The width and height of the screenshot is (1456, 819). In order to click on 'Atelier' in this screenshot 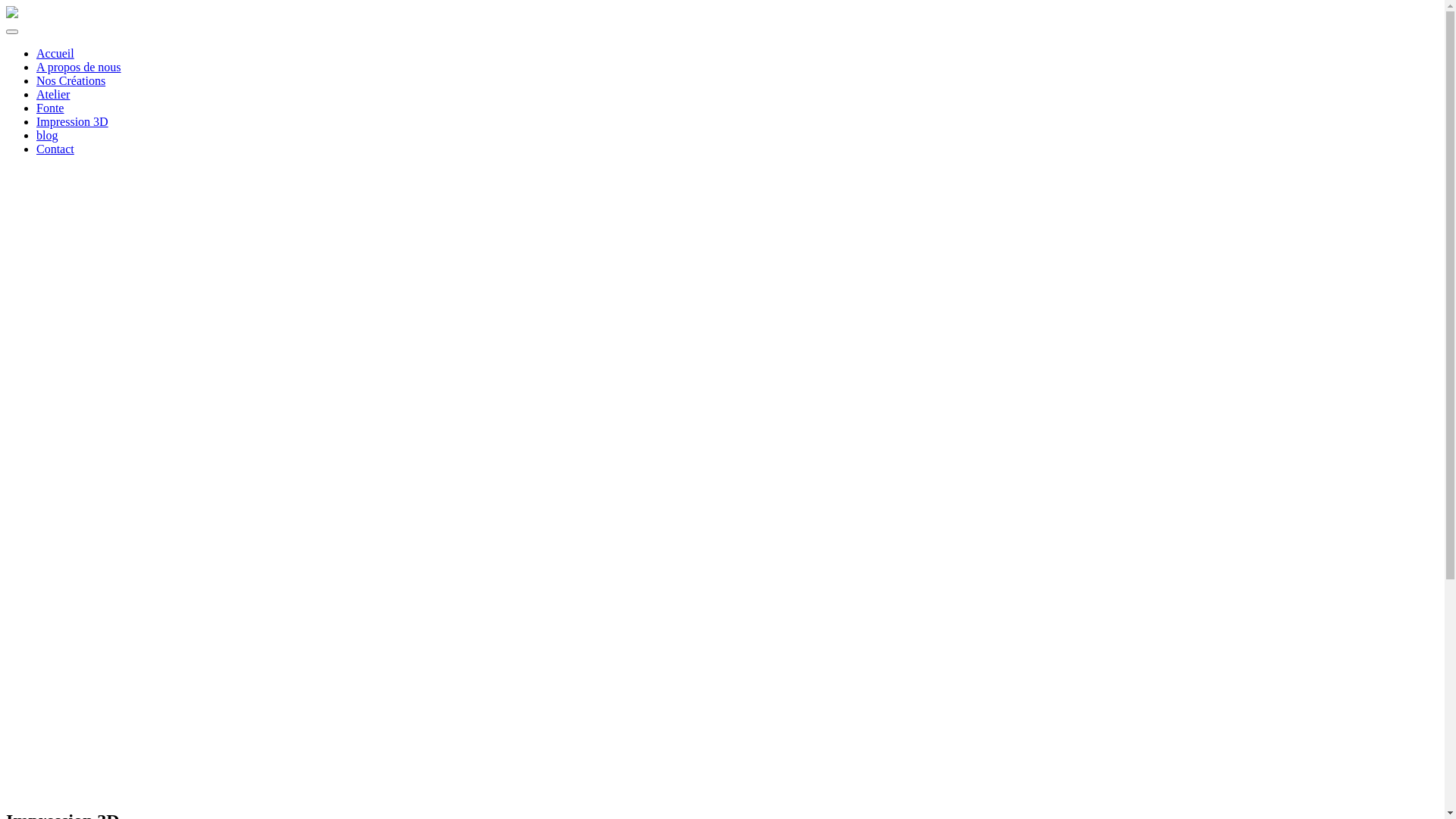, I will do `click(36, 94)`.